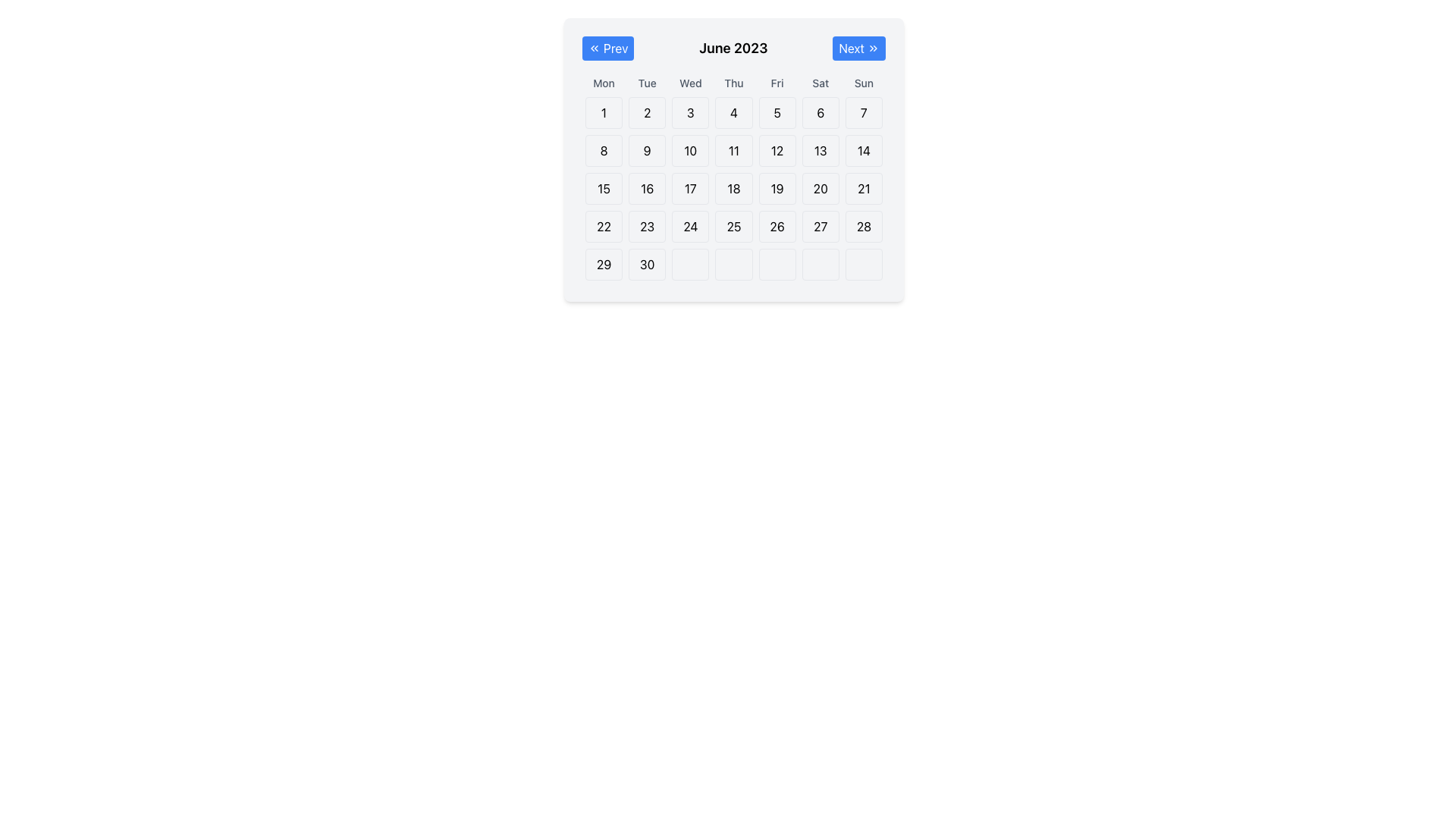  I want to click on the date buttons in the third row of the calendar grid, so click(734, 188).